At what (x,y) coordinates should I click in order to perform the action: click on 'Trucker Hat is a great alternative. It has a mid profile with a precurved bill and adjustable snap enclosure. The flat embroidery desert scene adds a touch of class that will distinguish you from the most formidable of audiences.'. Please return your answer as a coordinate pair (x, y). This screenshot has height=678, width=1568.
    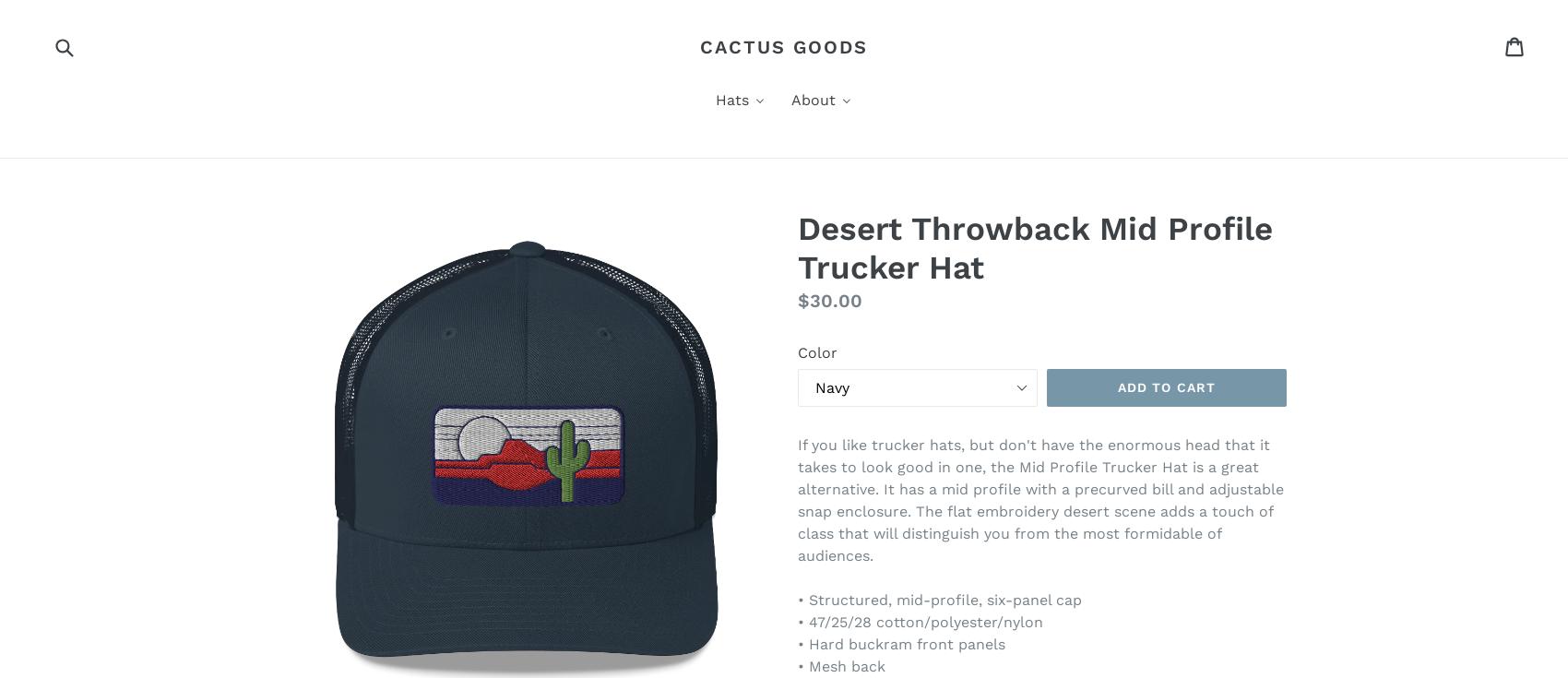
    Looking at the image, I should click on (1040, 510).